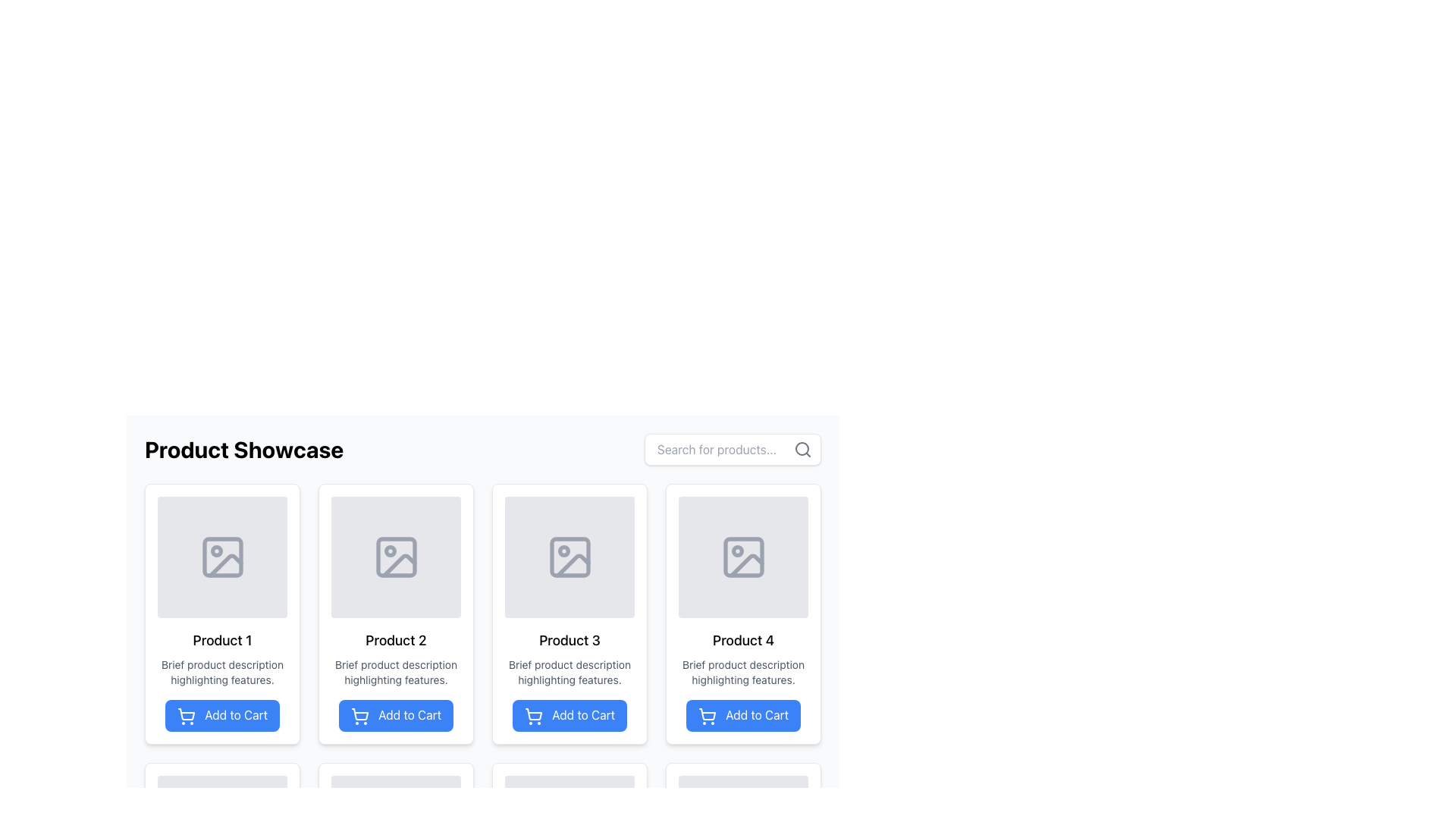  I want to click on the shopping cart icon which is part of the 'Add to Cart' button displayed in a blue rectangular button with the text 'Add to Cart', so click(185, 716).